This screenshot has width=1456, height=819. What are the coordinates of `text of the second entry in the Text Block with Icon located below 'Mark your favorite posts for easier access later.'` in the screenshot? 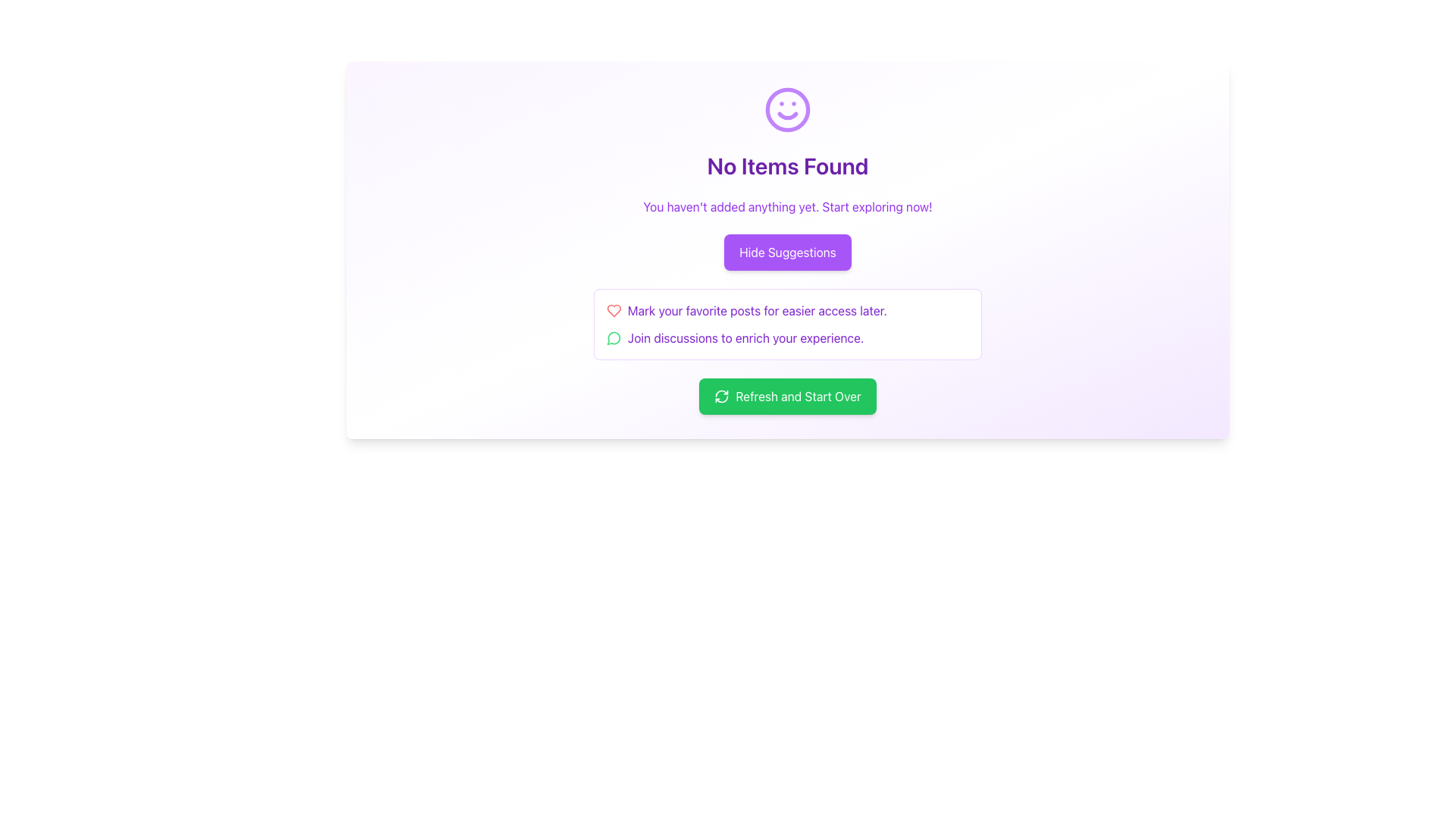 It's located at (787, 337).